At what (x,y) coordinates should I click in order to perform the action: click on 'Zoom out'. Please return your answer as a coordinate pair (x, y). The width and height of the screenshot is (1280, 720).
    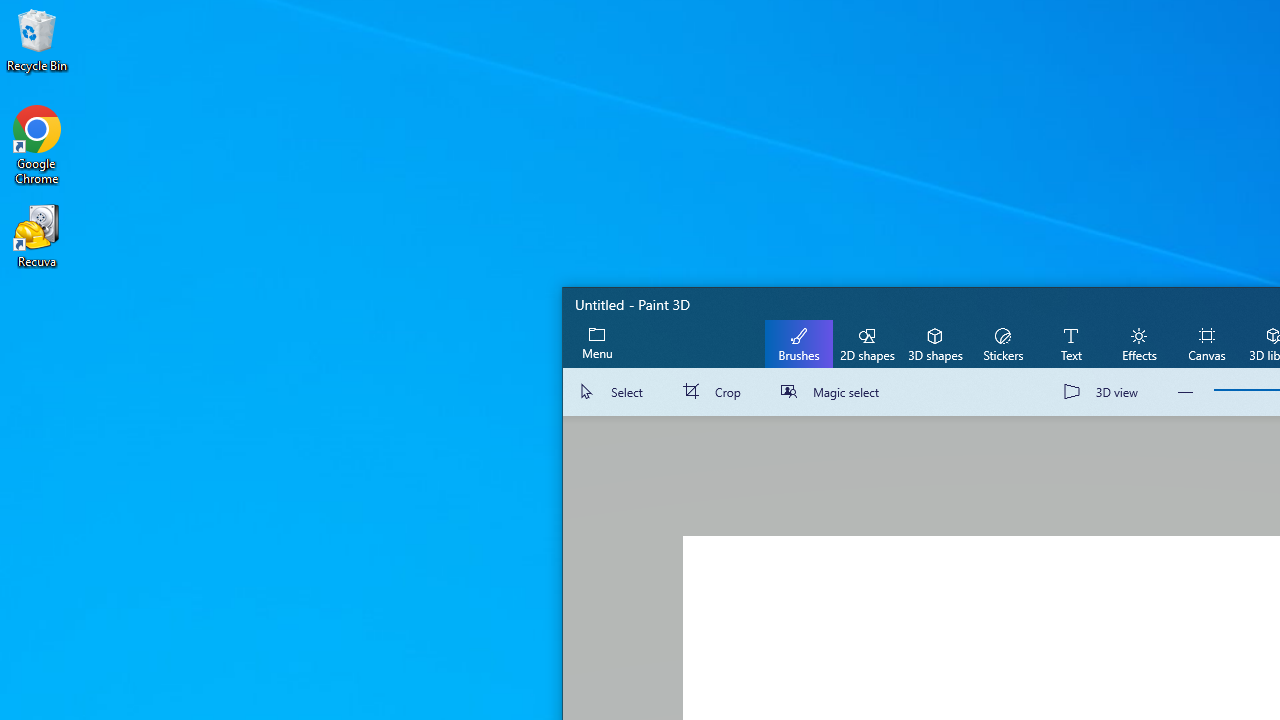
    Looking at the image, I should click on (1185, 392).